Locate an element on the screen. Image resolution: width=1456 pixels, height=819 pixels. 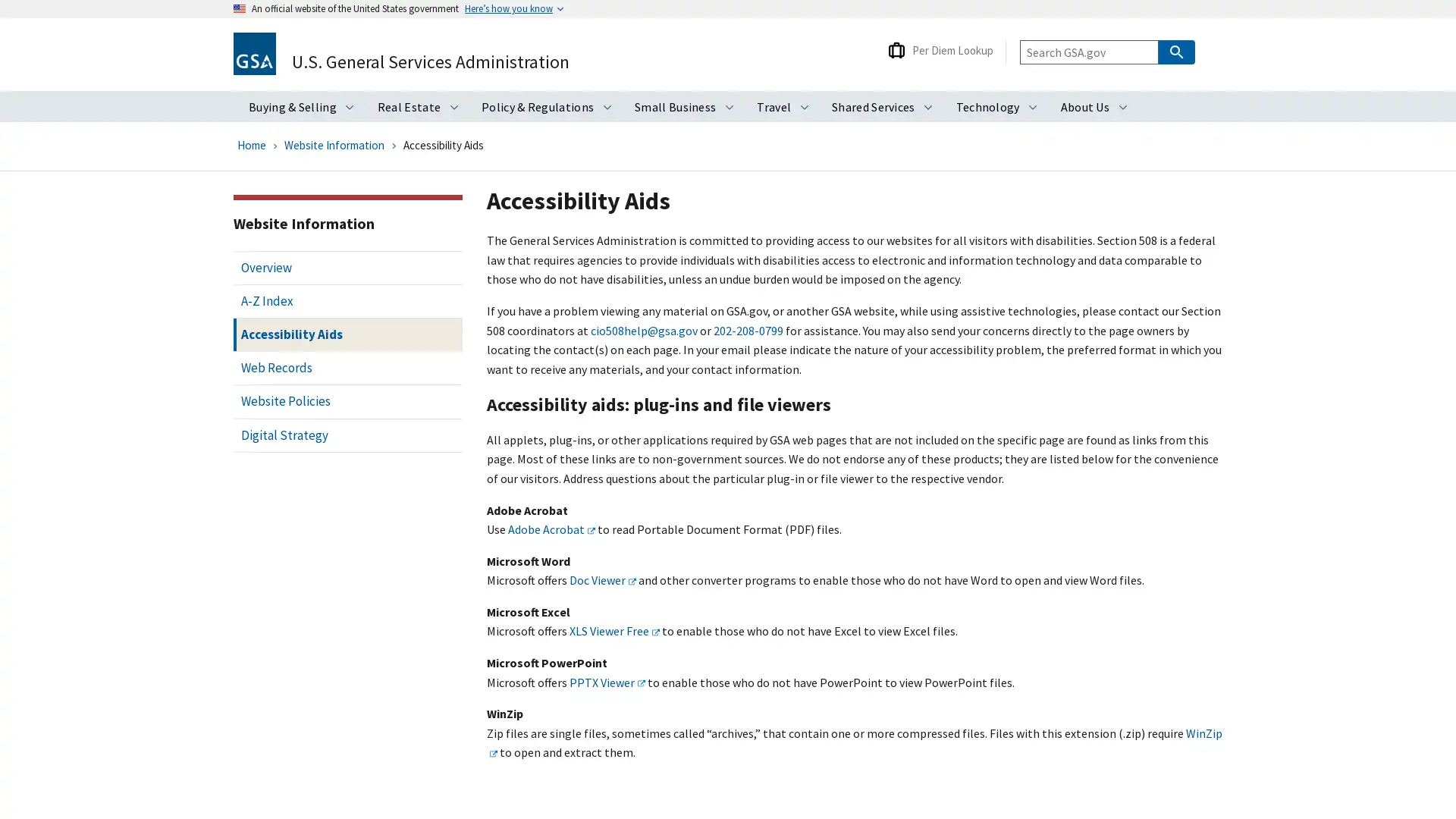
Search is located at coordinates (1175, 52).